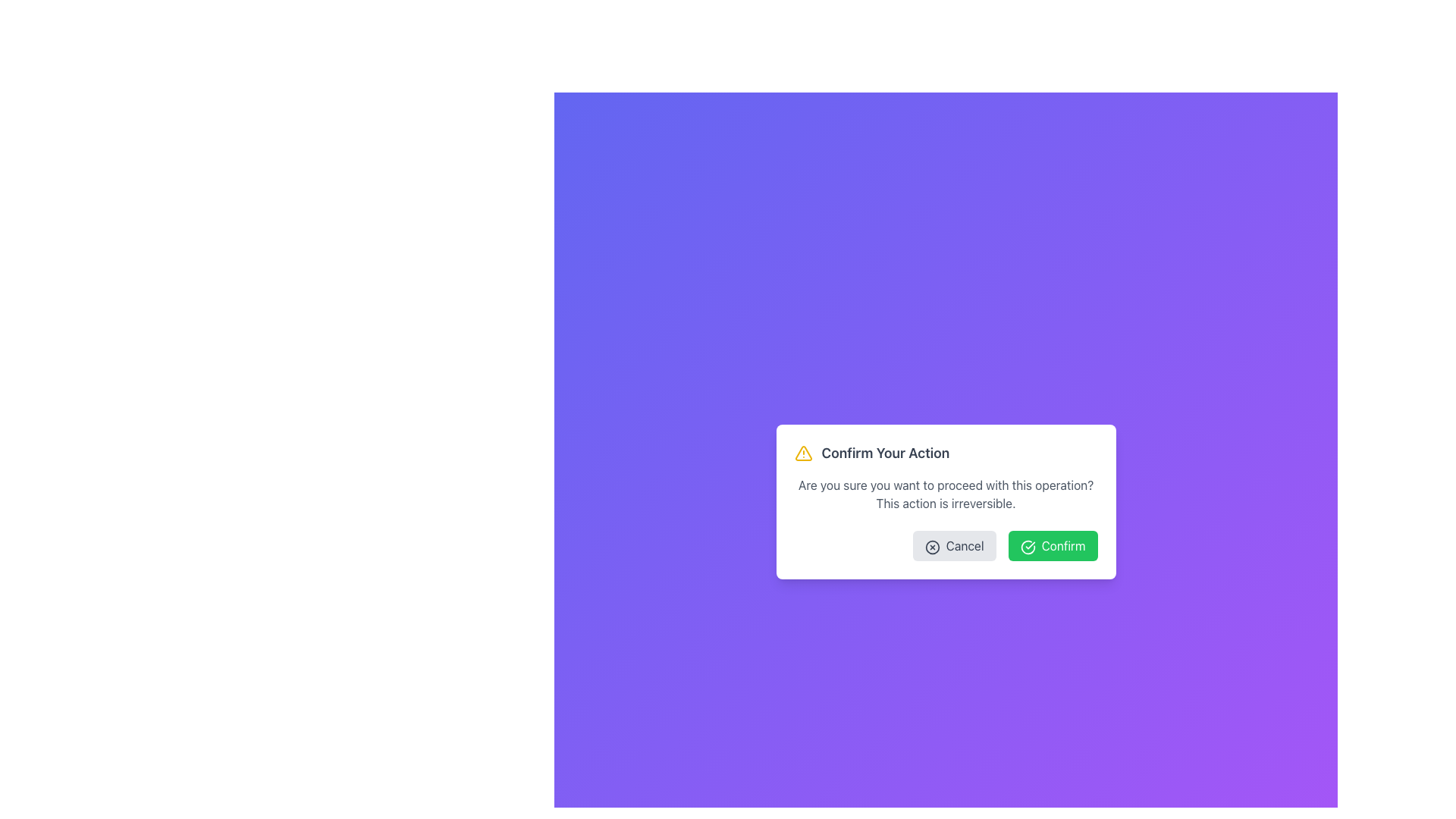 Image resolution: width=1456 pixels, height=819 pixels. I want to click on the bright green rectangular 'Confirm' button with a white checkmark icon, so click(1052, 546).